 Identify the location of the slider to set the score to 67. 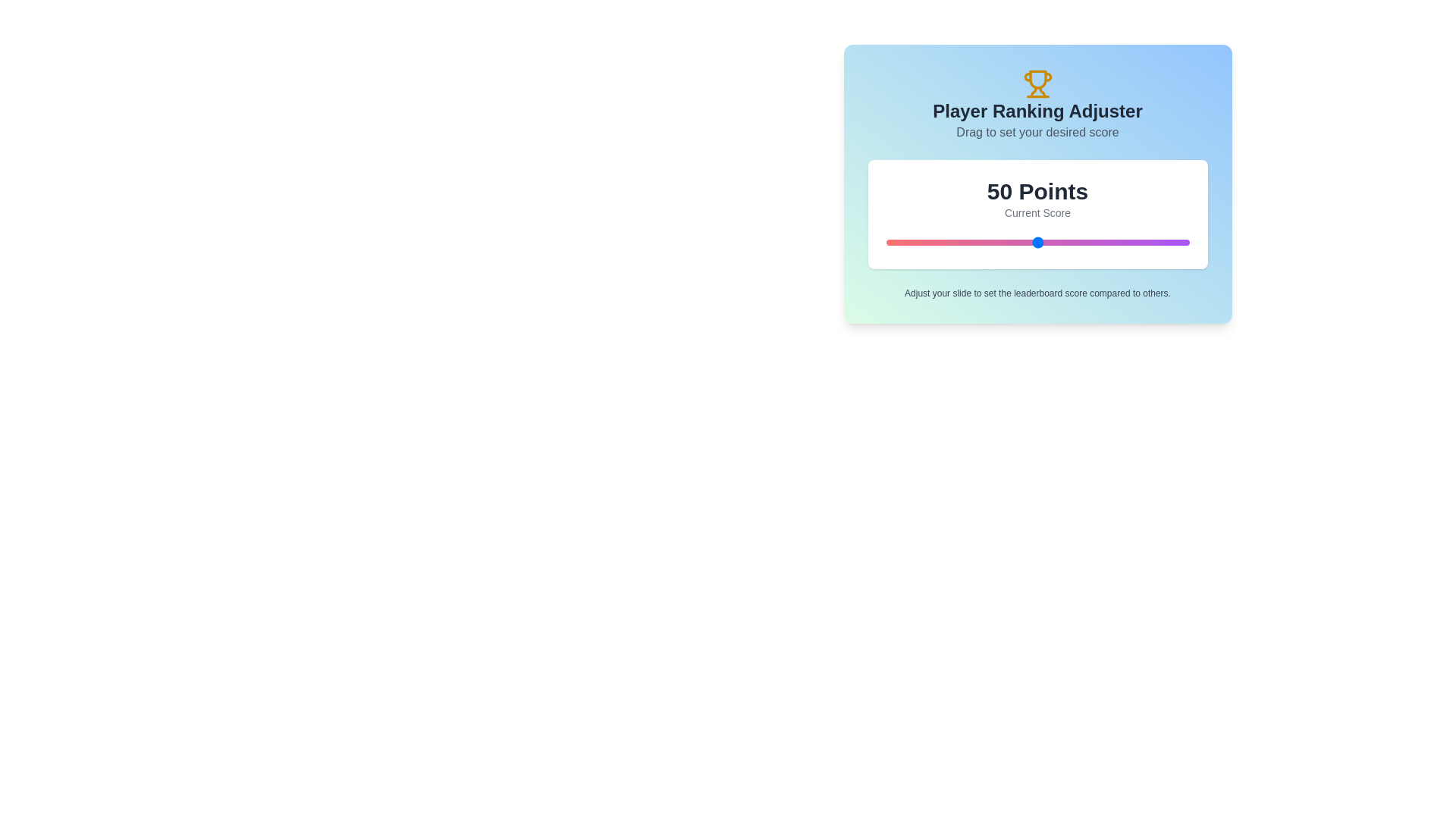
(1088, 242).